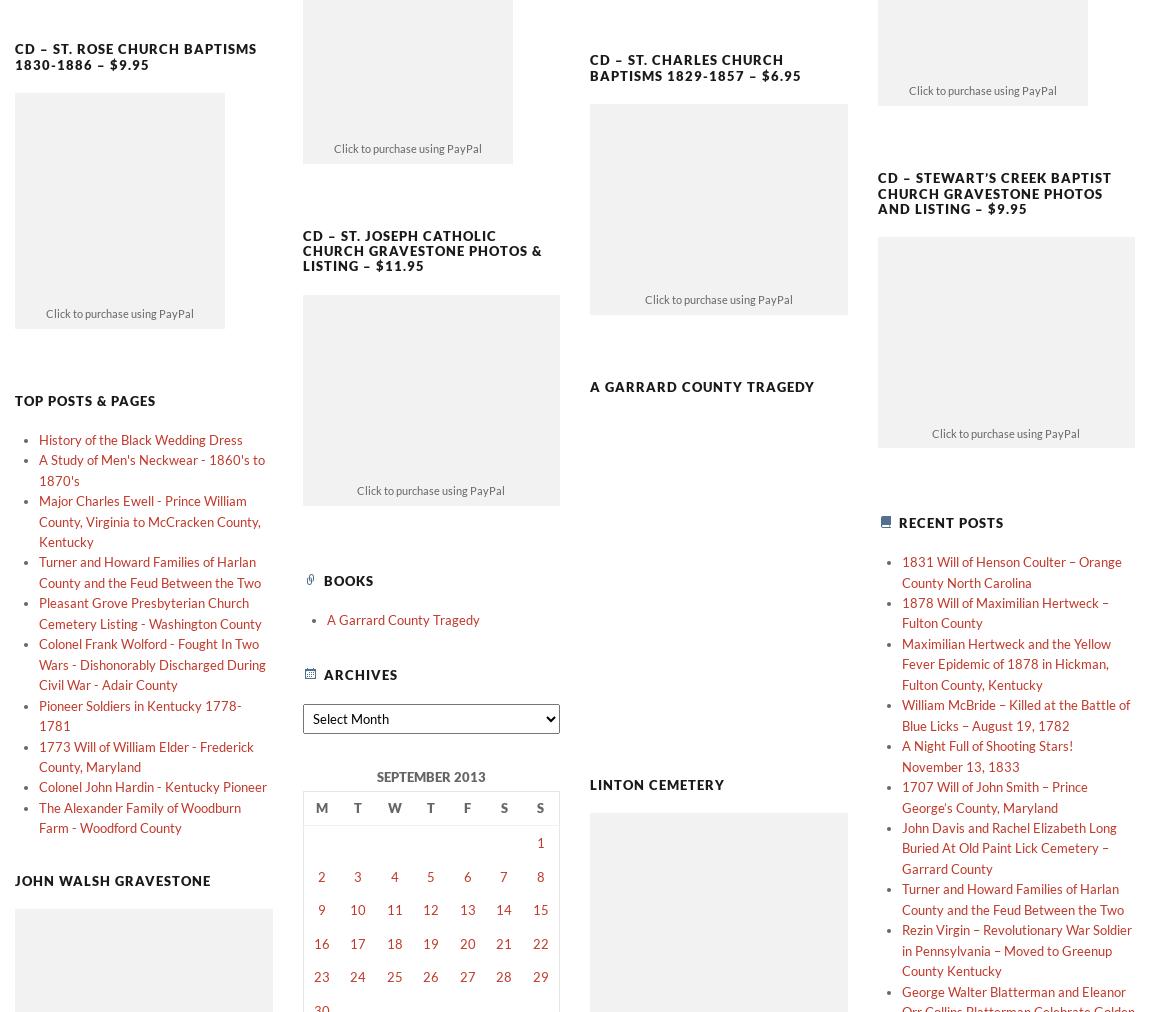 The width and height of the screenshot is (1150, 1012). What do you see at coordinates (431, 841) in the screenshot?
I see `'5'` at bounding box center [431, 841].